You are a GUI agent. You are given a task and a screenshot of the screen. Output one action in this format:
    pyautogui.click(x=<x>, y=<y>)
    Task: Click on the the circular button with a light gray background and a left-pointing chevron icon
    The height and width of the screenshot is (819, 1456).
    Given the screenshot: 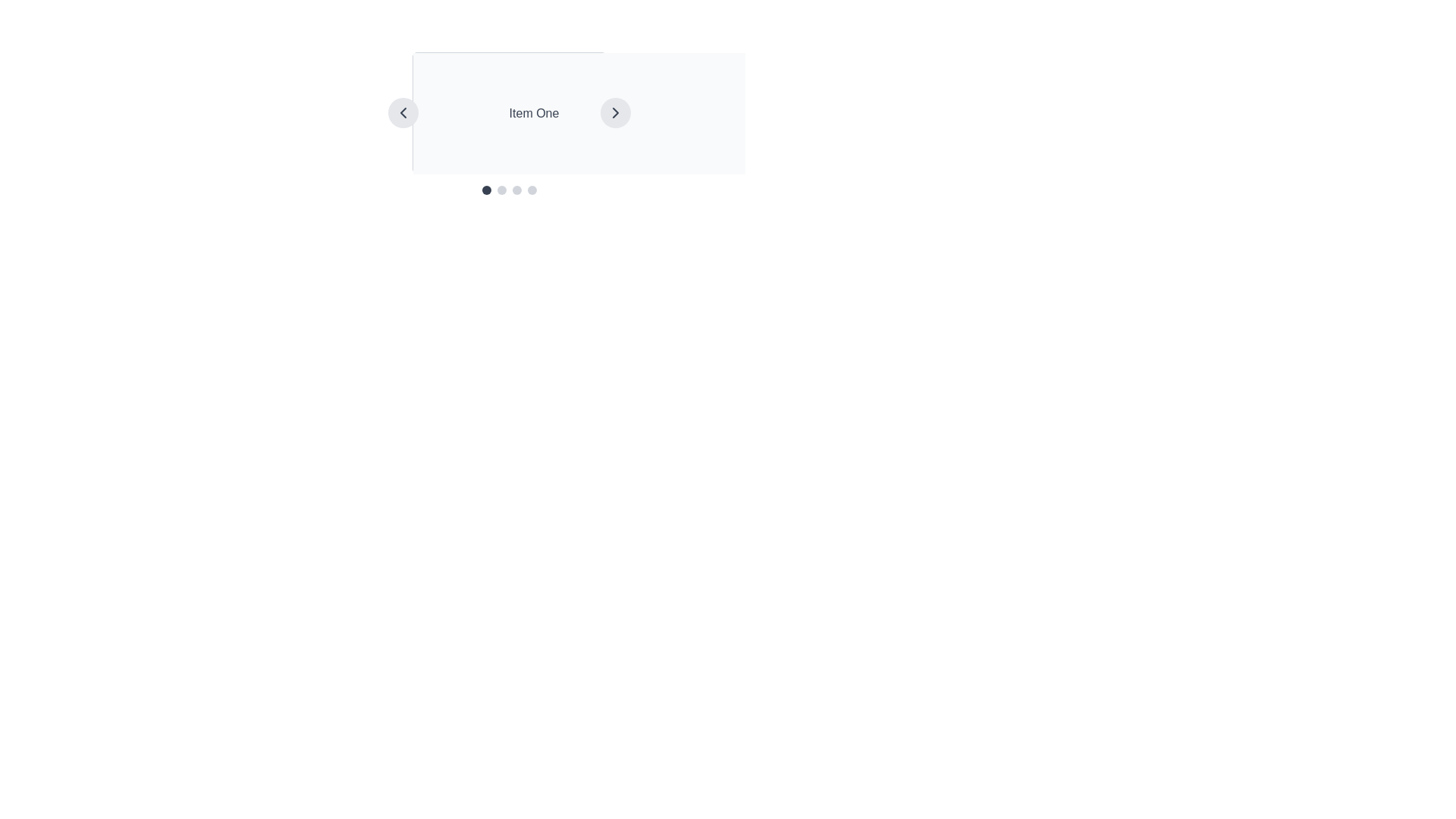 What is the action you would take?
    pyautogui.click(x=403, y=112)
    